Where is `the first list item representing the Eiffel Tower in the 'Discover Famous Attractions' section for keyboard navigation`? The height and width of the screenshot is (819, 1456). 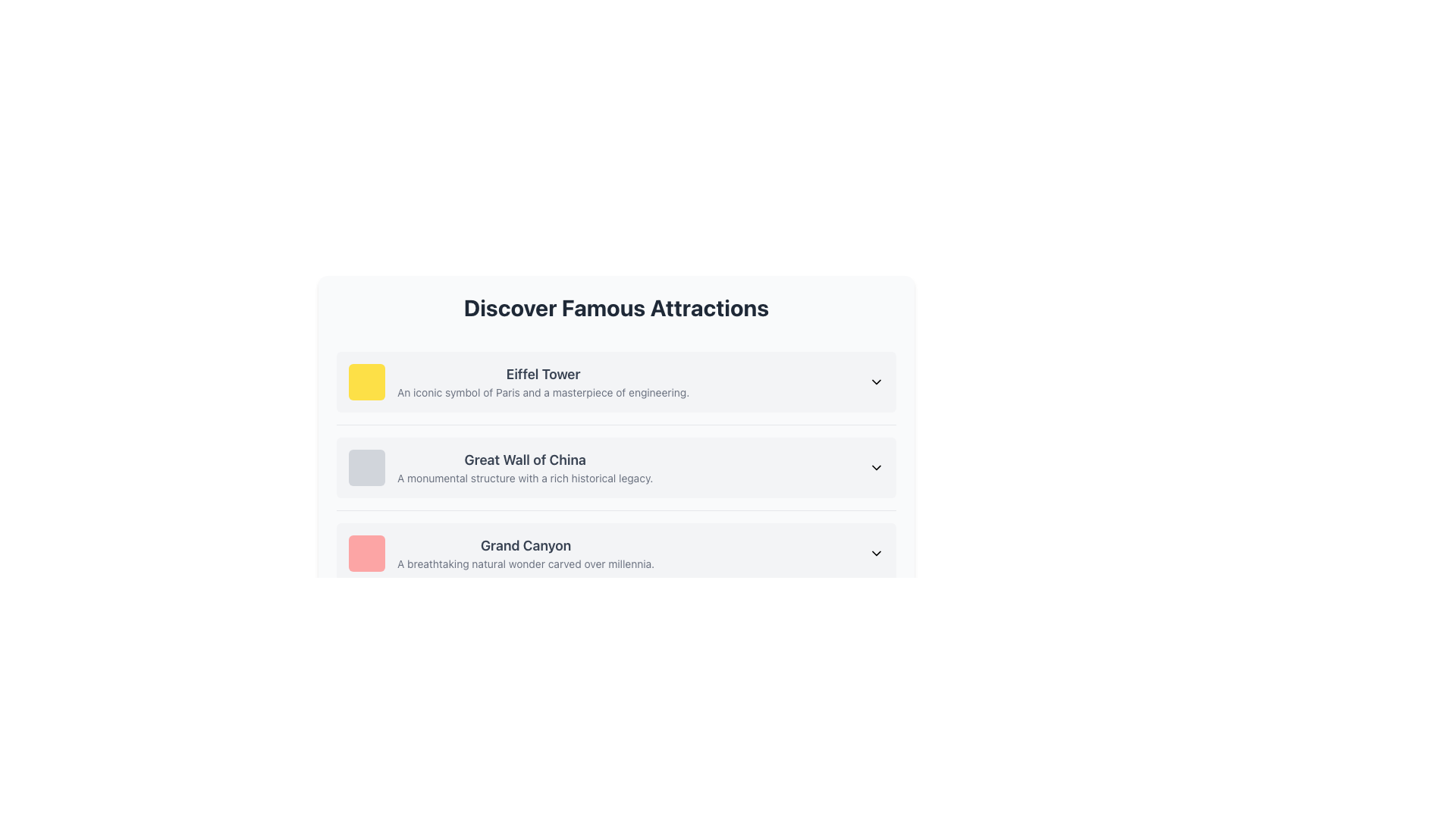
the first list item representing the Eiffel Tower in the 'Discover Famous Attractions' section for keyboard navigation is located at coordinates (616, 381).